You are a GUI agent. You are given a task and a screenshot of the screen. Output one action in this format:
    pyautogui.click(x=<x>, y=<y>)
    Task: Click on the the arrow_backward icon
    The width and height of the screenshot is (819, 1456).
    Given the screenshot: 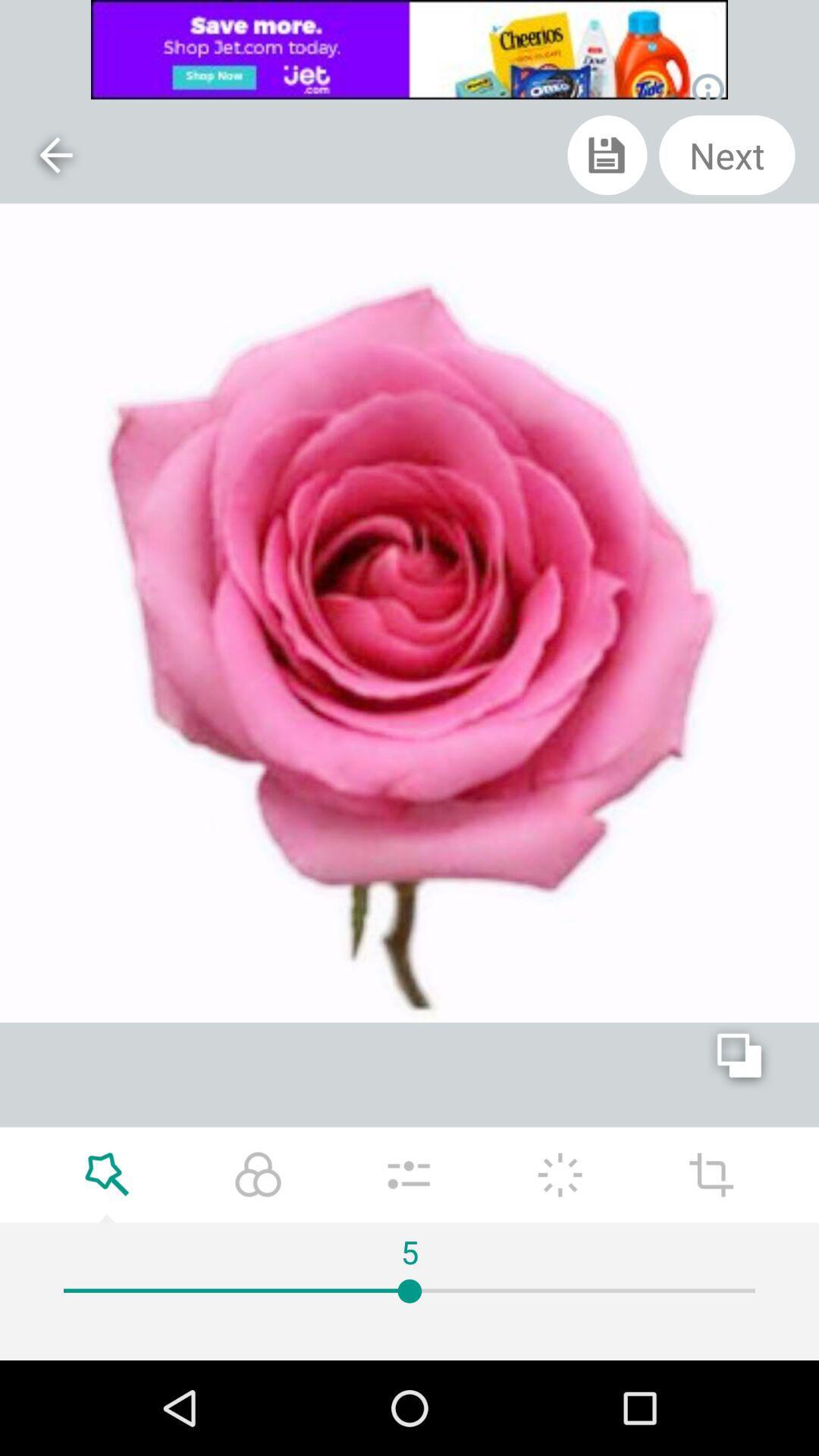 What is the action you would take?
    pyautogui.click(x=55, y=155)
    